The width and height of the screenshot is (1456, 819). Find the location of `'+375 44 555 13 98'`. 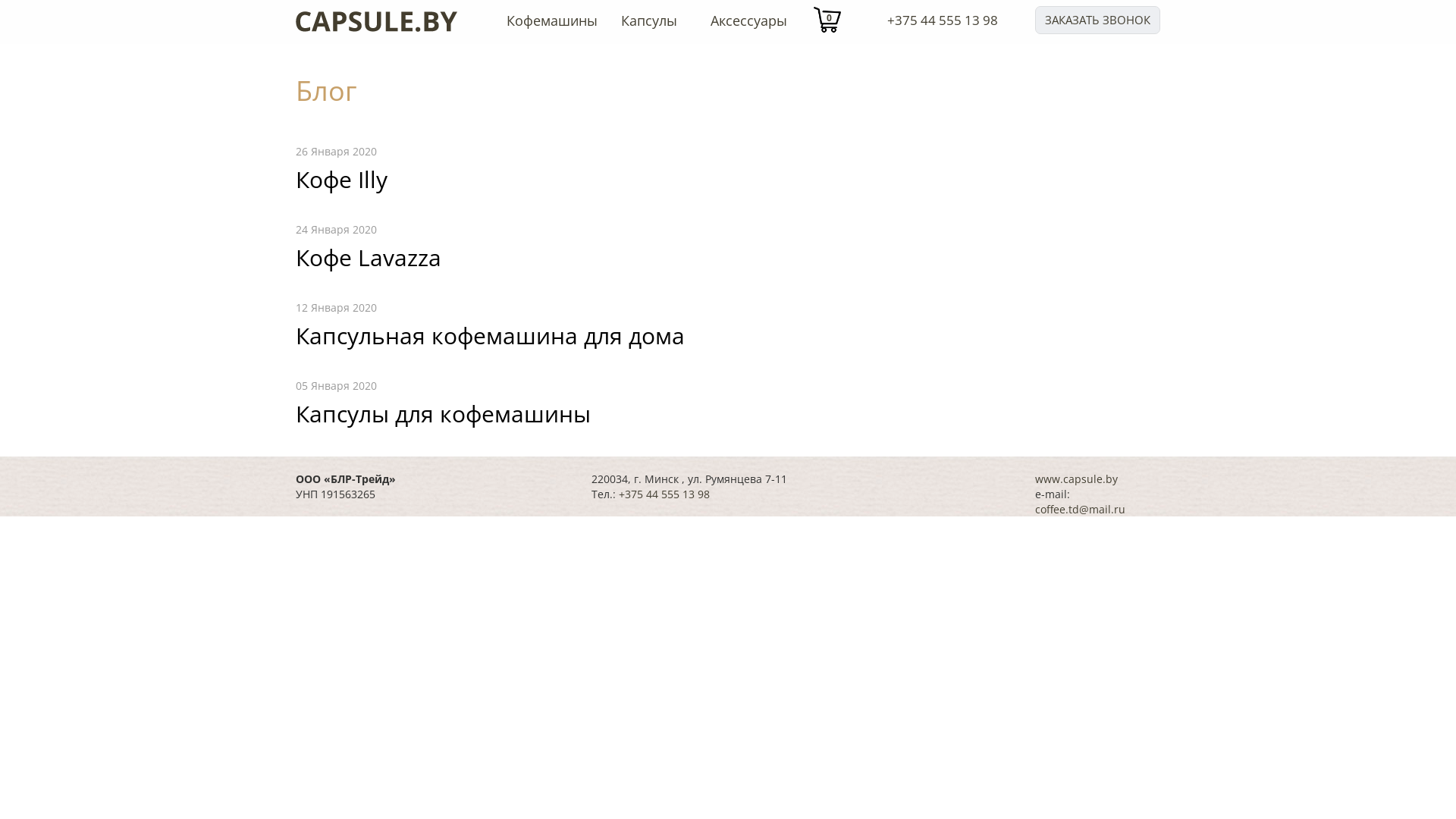

'+375 44 555 13 98' is located at coordinates (664, 494).